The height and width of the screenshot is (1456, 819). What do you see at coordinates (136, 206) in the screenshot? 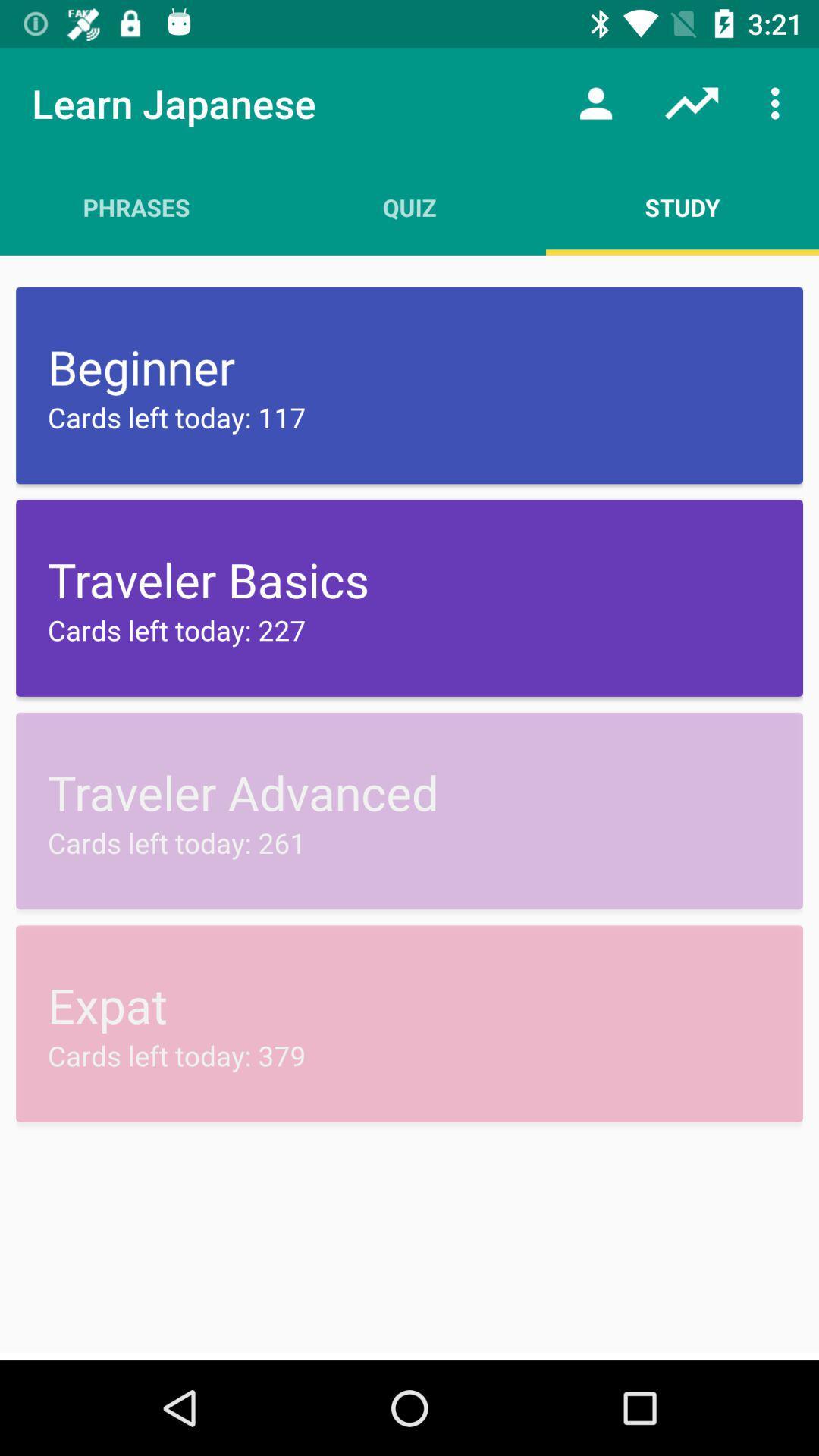
I see `icon below the learn japanese icon` at bounding box center [136, 206].